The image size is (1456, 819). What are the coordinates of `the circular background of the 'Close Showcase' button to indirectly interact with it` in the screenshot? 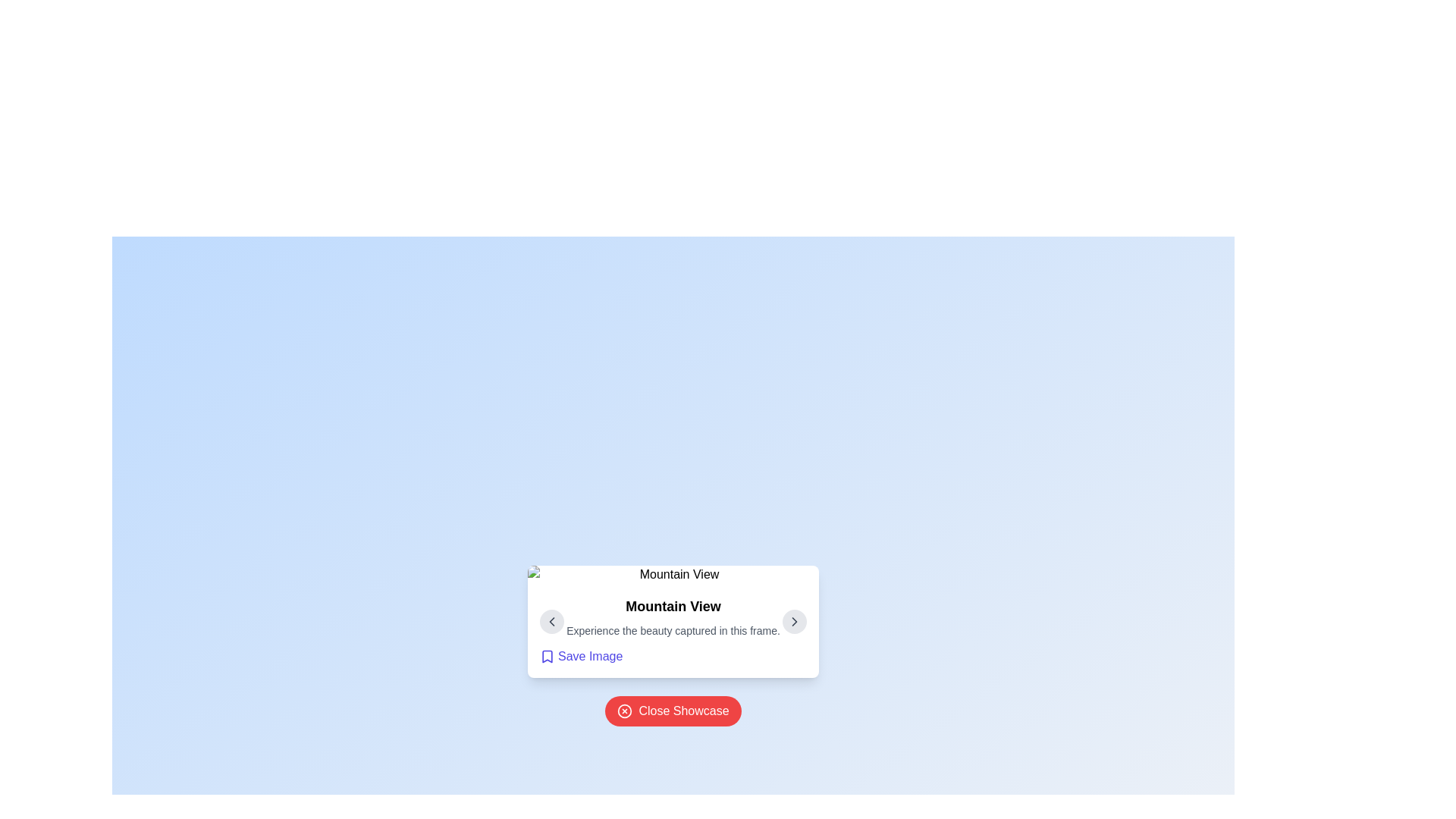 It's located at (625, 711).